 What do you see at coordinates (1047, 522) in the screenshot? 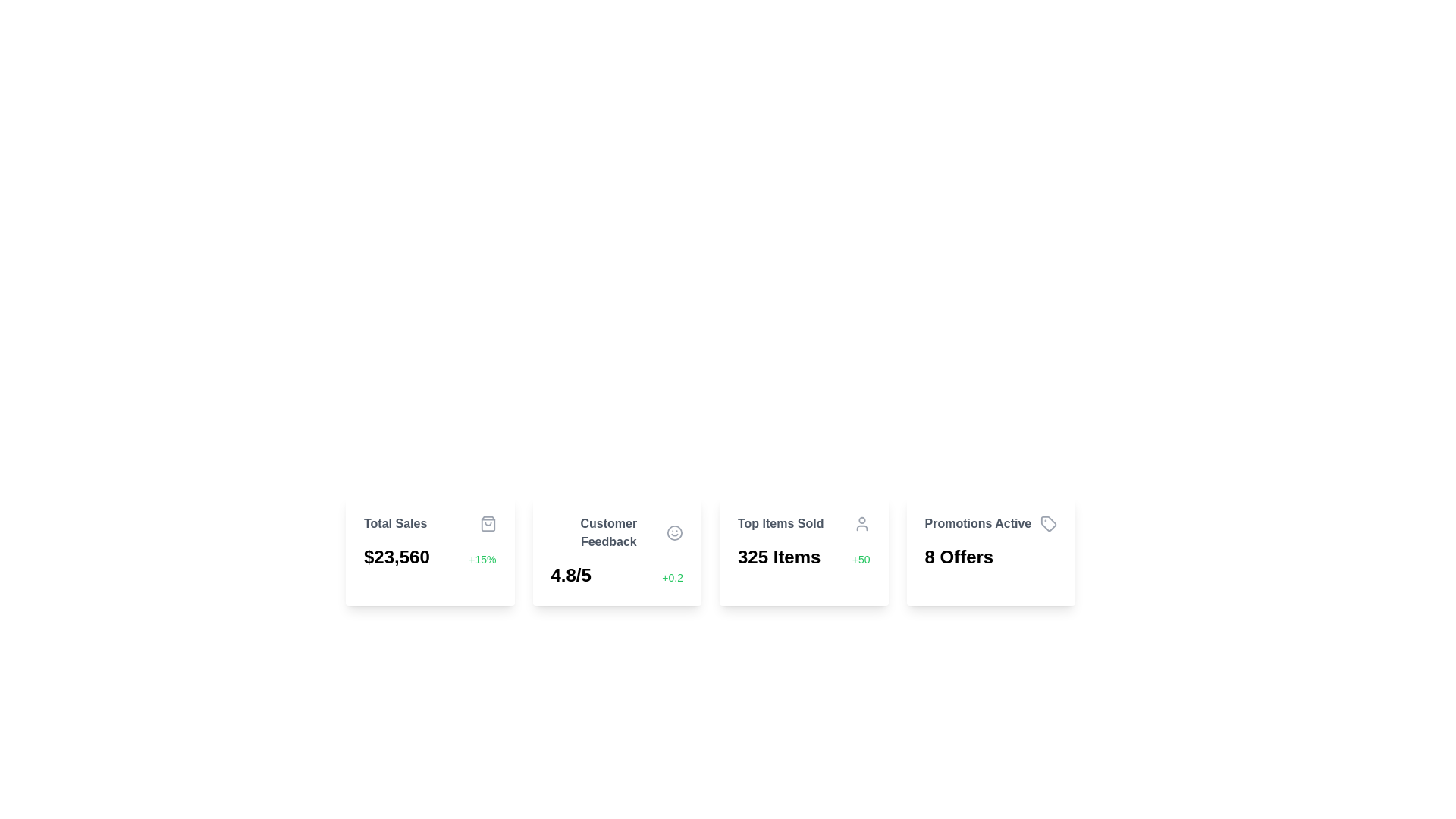
I see `the compact icon resembling a label or tag with a subtle gray outline, positioned at the right edge of the 'Promotions Active' card` at bounding box center [1047, 522].